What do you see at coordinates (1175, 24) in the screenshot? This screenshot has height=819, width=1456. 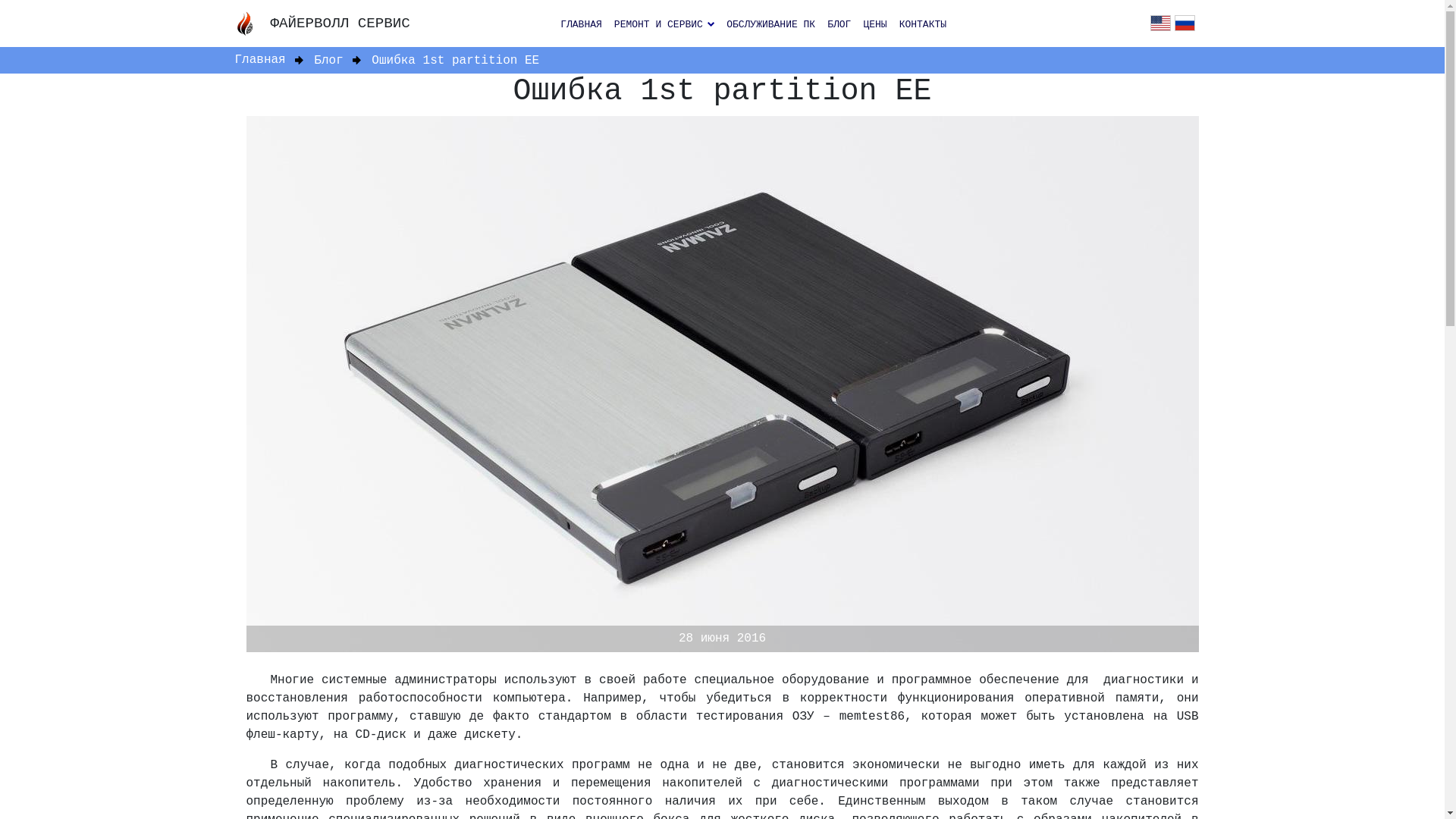 I see `'ru'` at bounding box center [1175, 24].